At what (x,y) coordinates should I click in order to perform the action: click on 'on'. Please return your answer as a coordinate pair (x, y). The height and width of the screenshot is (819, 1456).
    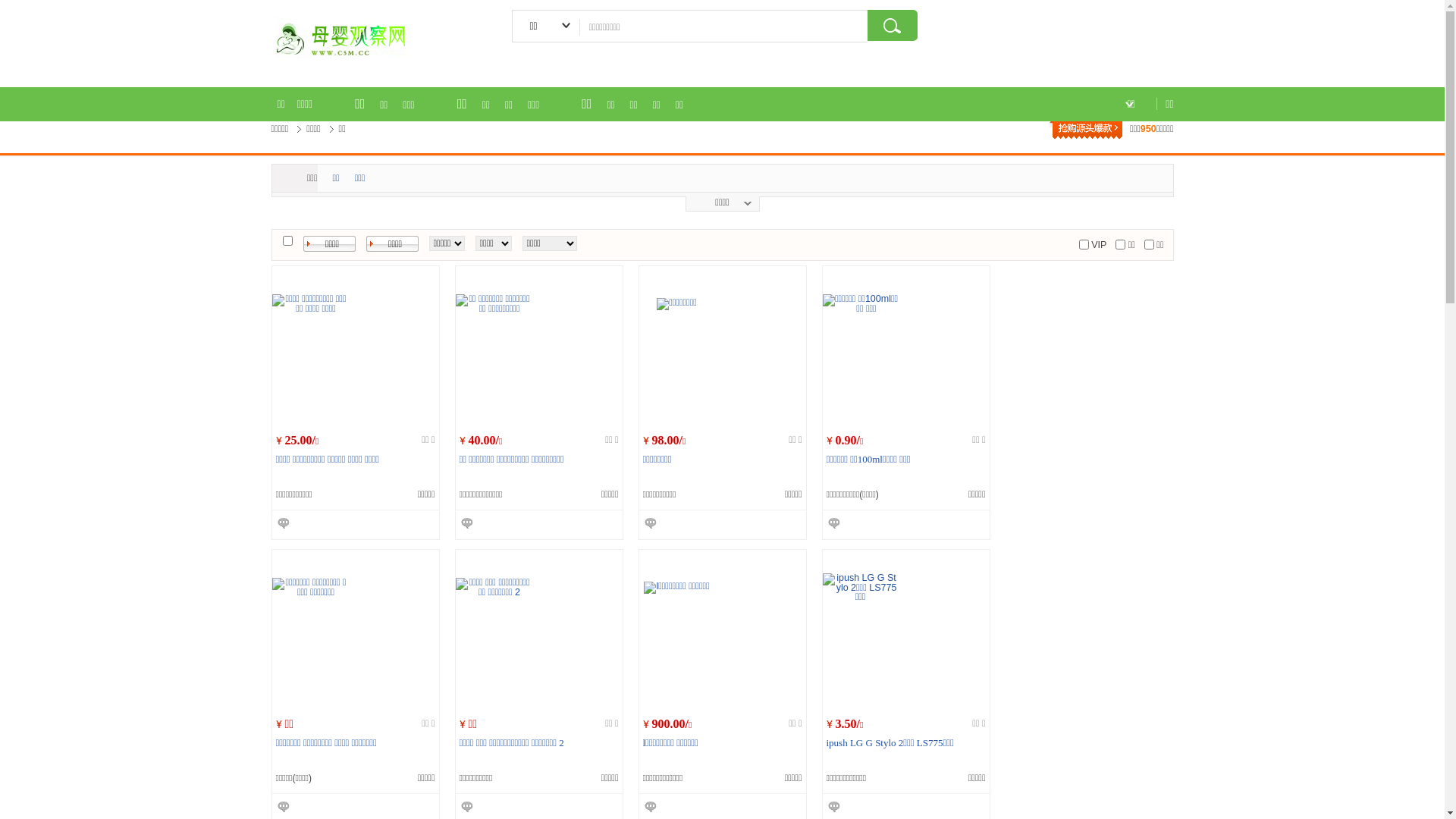
    Looking at the image, I should click on (1149, 243).